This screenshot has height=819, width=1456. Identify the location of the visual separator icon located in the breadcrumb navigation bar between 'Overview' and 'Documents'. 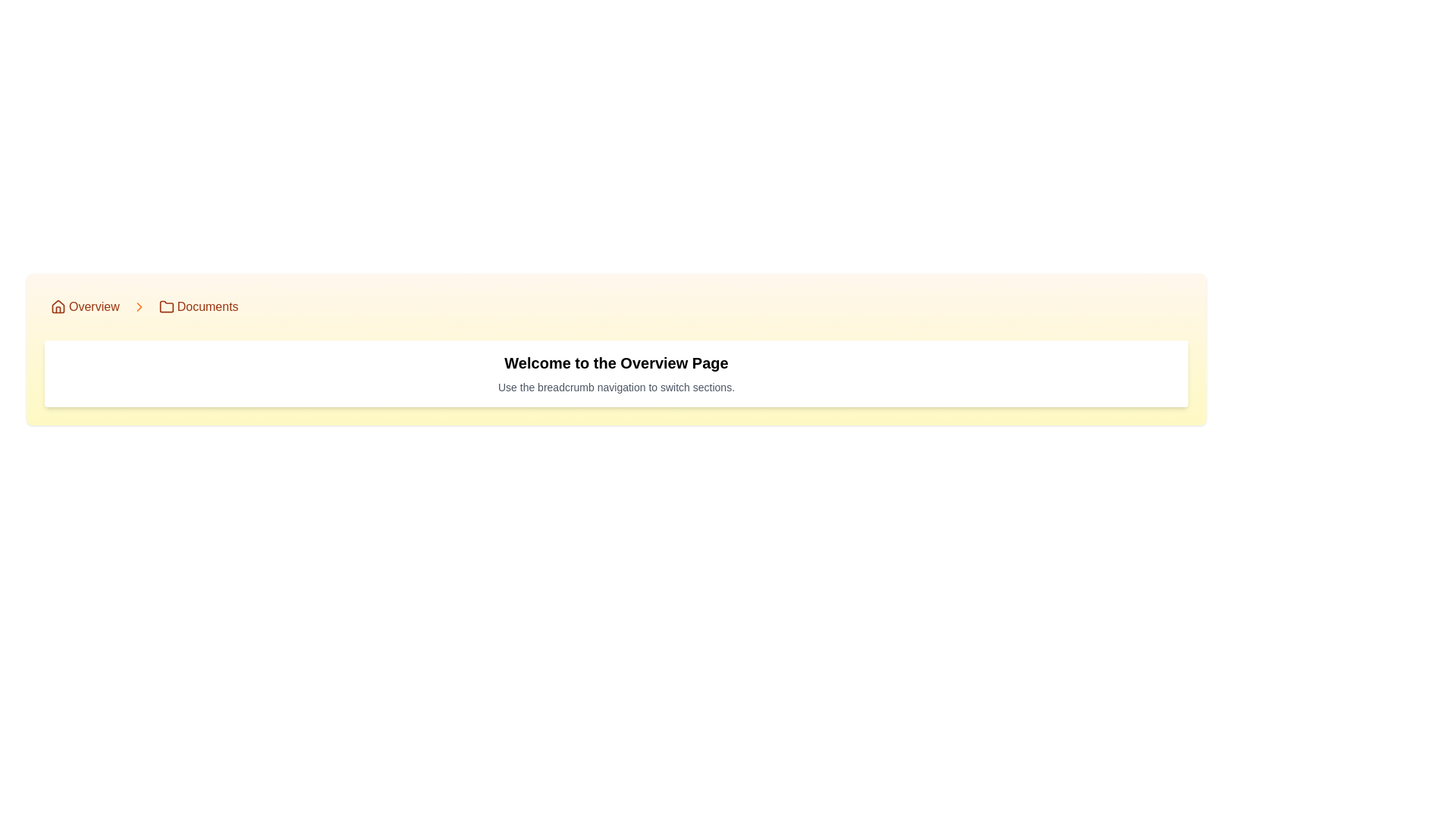
(139, 307).